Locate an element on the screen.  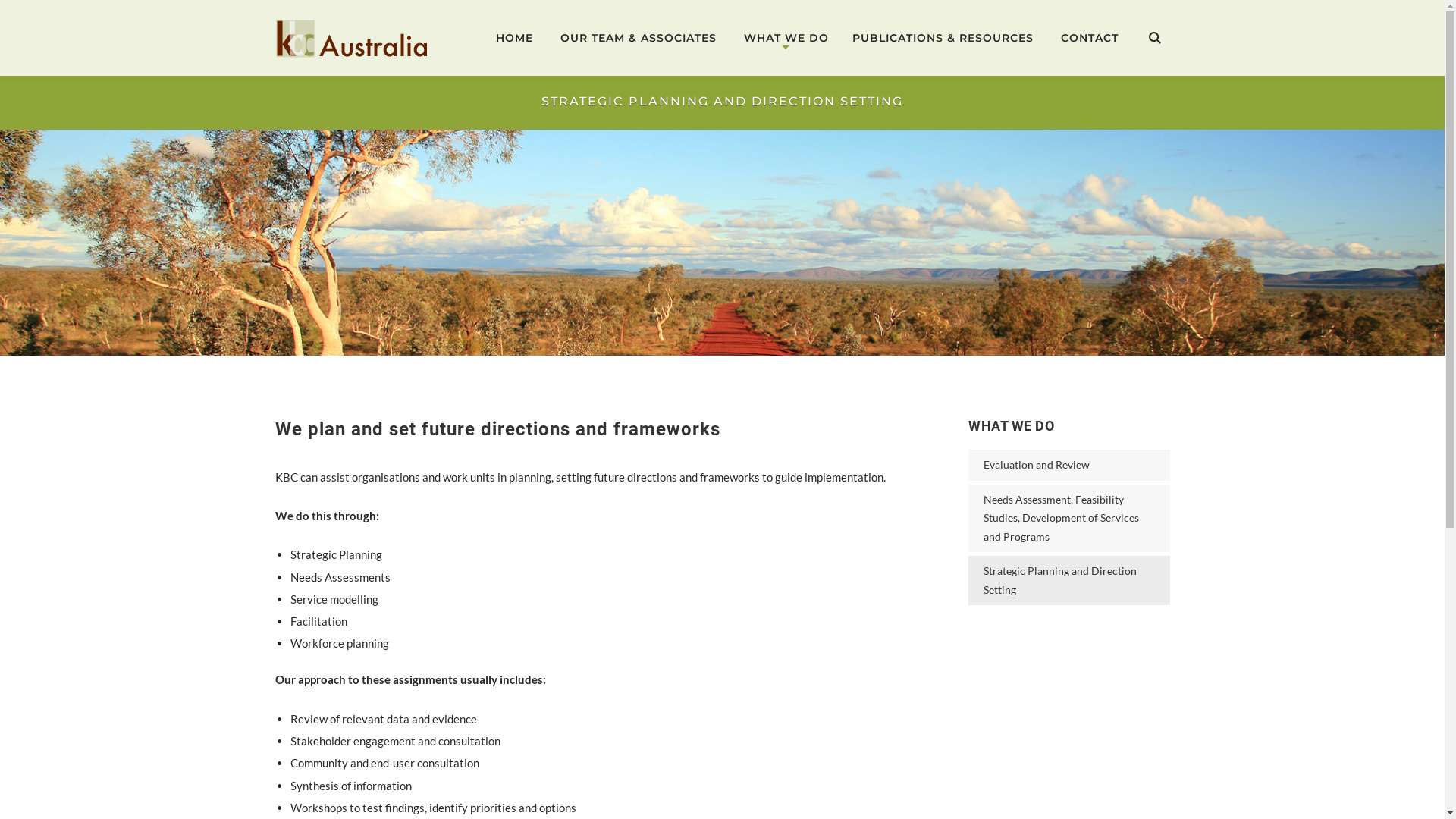
'KBC Australia' is located at coordinates (350, 36).